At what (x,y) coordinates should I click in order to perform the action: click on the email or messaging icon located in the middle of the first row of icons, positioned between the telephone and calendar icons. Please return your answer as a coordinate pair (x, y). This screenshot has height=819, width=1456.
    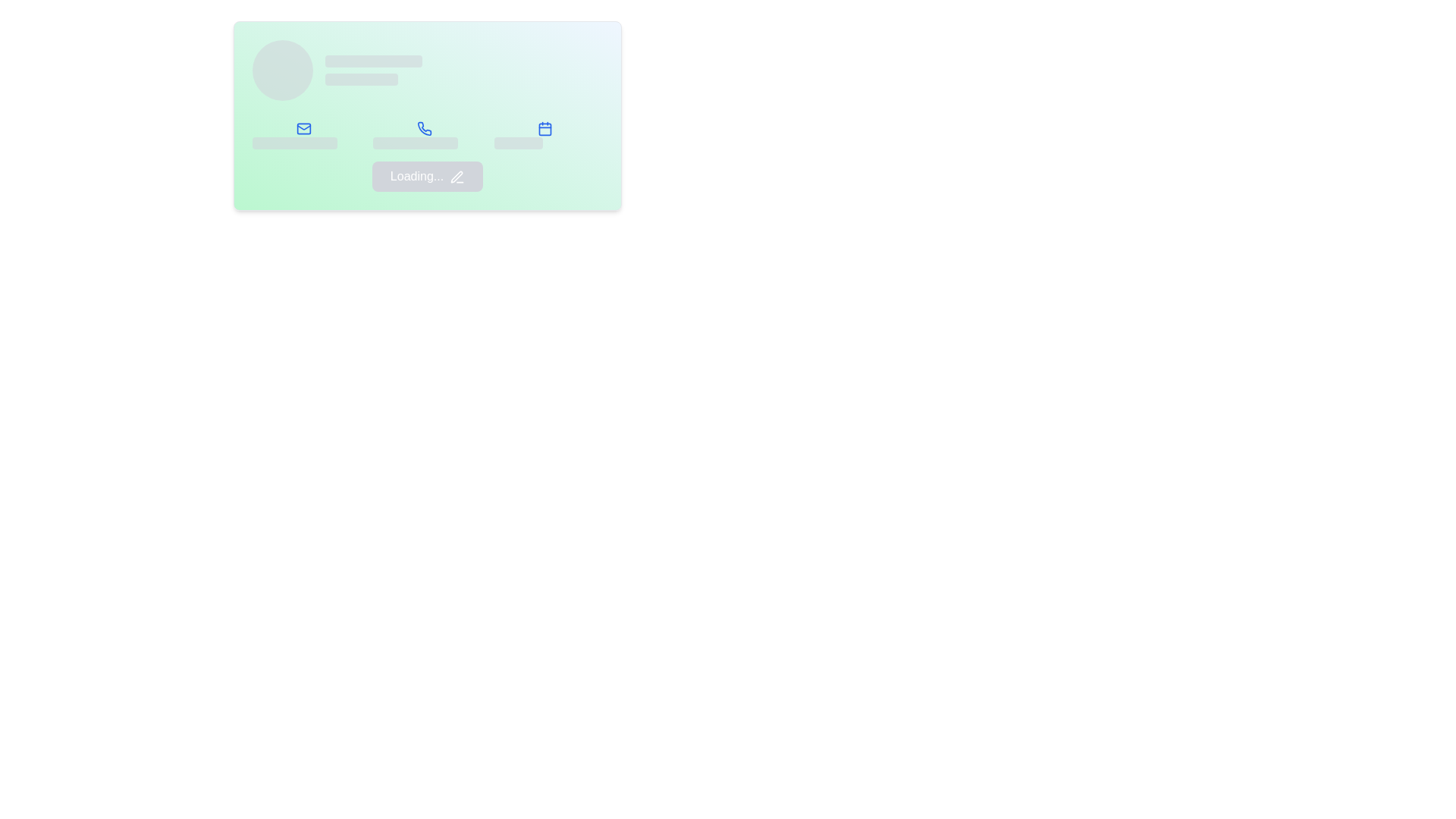
    Looking at the image, I should click on (303, 127).